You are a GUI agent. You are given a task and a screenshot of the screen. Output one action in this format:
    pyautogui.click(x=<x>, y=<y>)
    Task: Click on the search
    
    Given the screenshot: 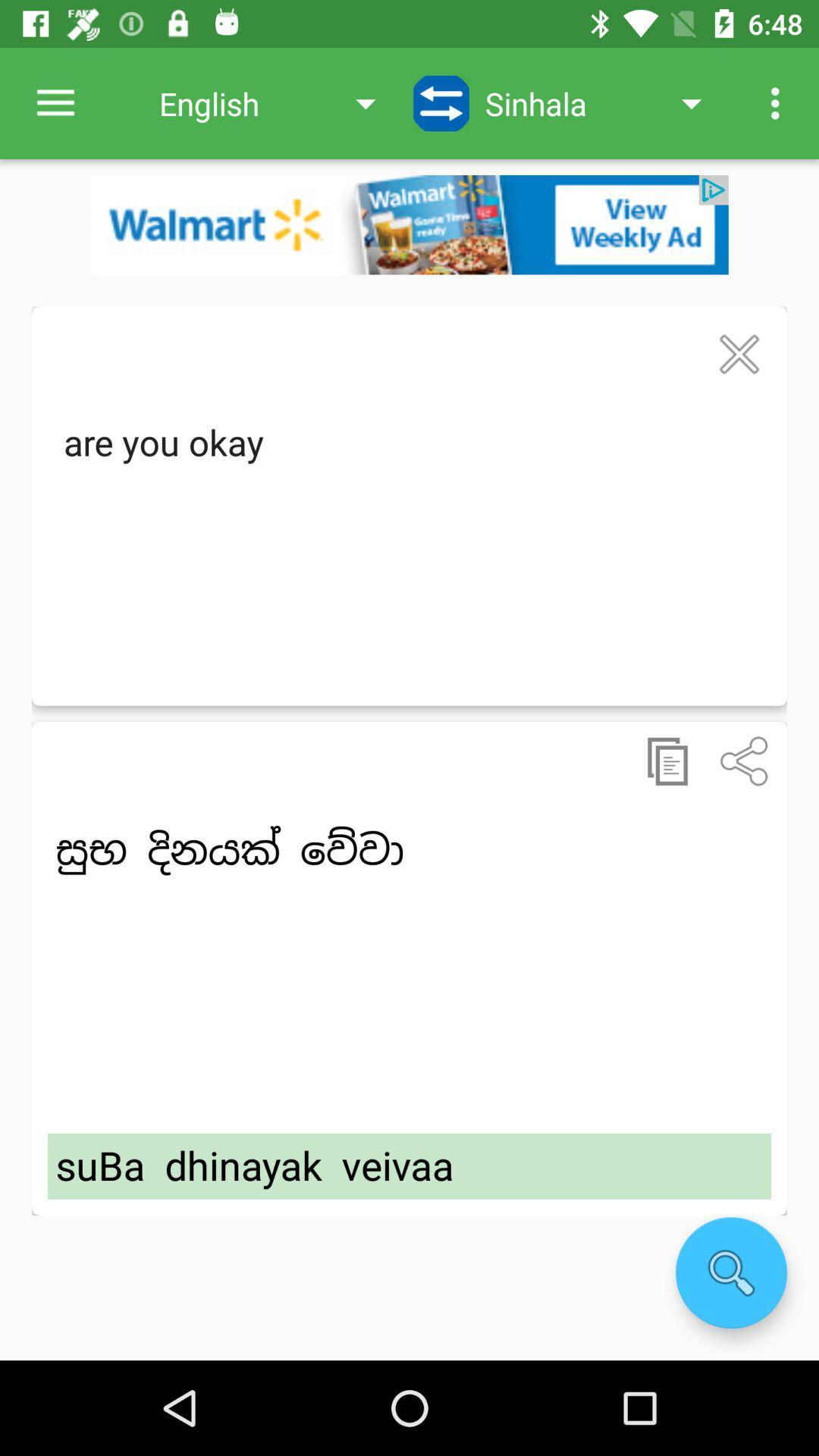 What is the action you would take?
    pyautogui.click(x=730, y=1272)
    